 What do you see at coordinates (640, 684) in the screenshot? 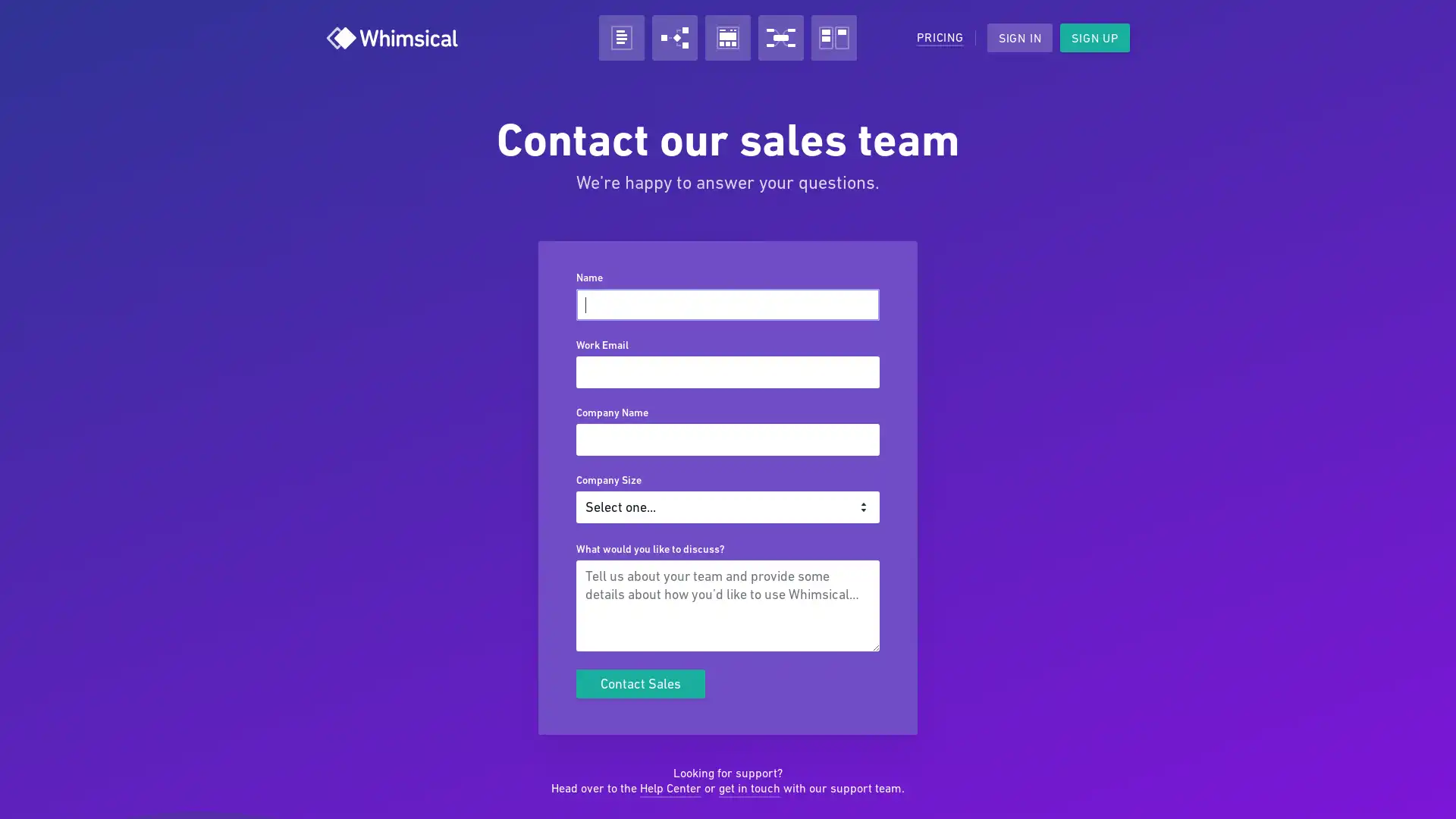
I see `Contact Sales` at bounding box center [640, 684].